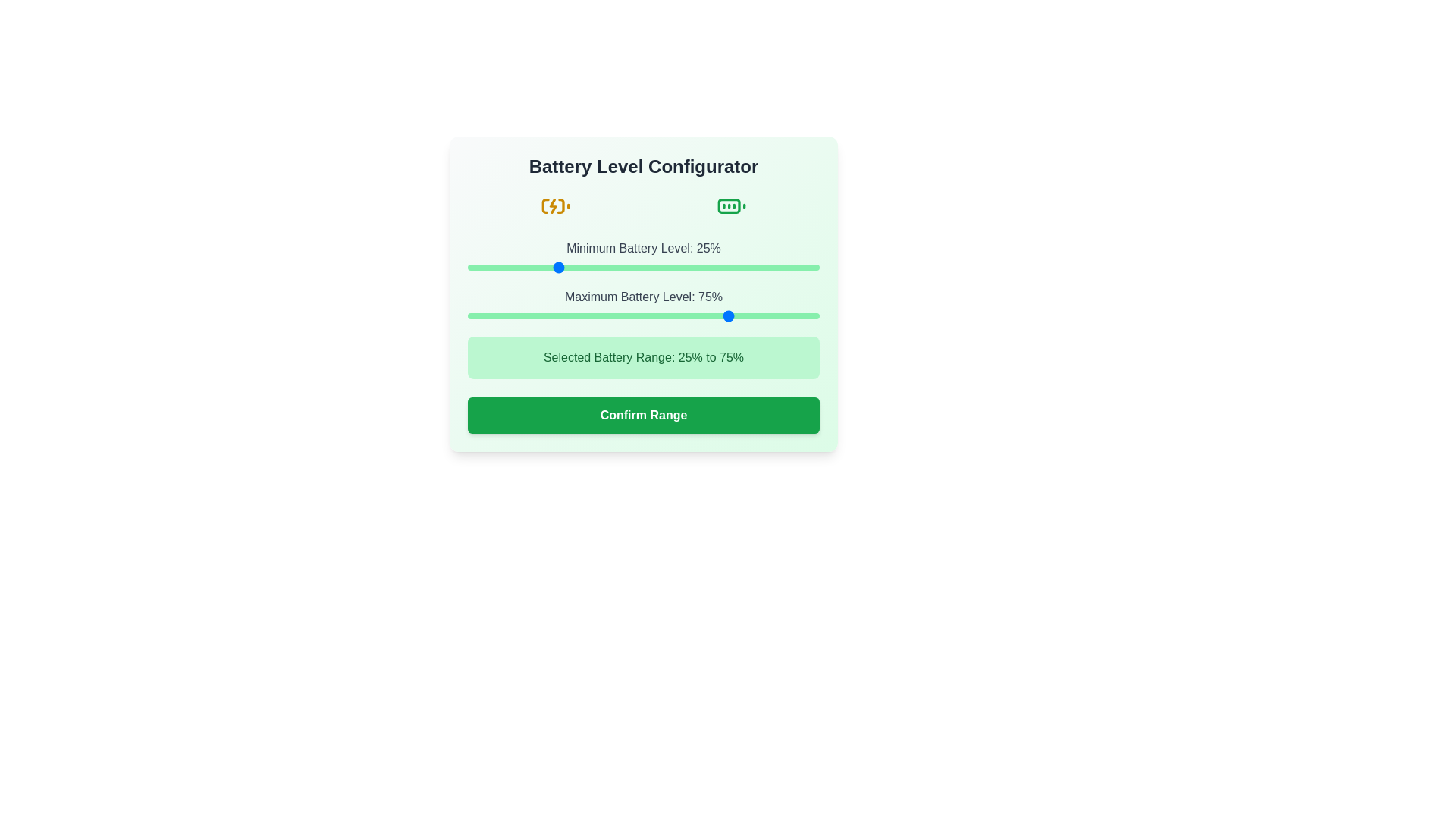 This screenshot has width=1456, height=819. Describe the element at coordinates (729, 206) in the screenshot. I see `the graphical representation of the central green rounded rectangle within the battery icon, which is located on the right side near the top of the interface` at that location.